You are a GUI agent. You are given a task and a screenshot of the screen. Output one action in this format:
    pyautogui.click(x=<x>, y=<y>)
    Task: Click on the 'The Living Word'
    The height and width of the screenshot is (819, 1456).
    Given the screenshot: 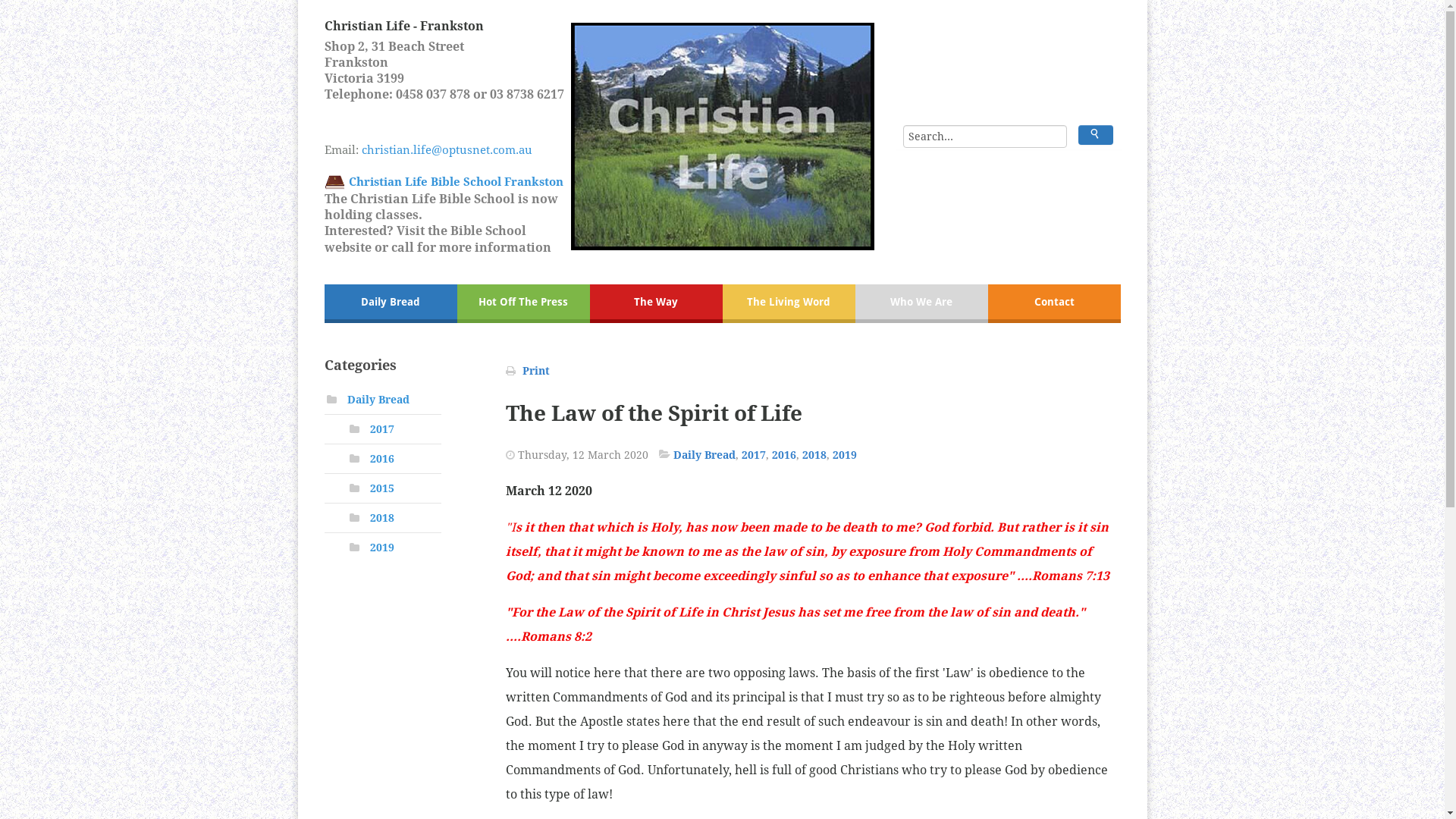 What is the action you would take?
    pyautogui.click(x=720, y=303)
    